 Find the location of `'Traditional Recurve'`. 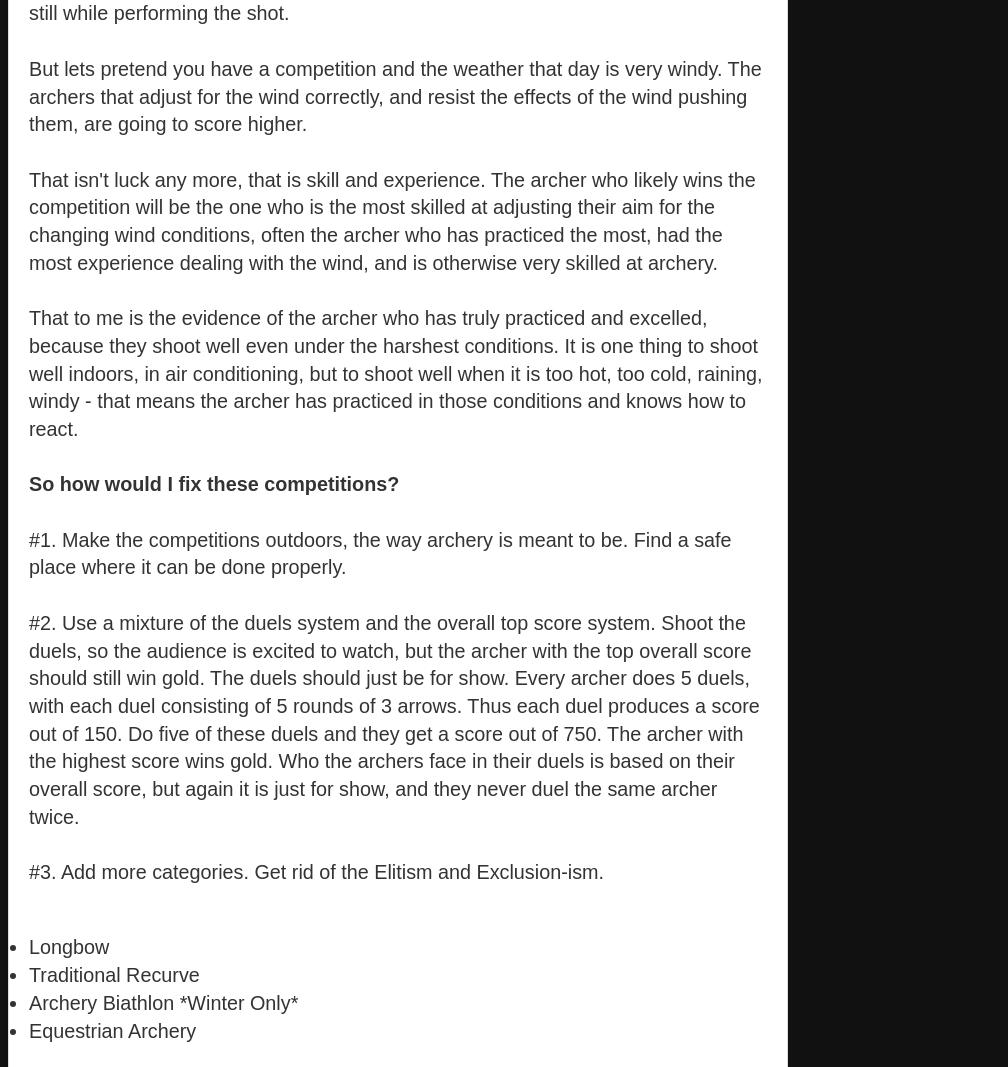

'Traditional Recurve' is located at coordinates (114, 975).